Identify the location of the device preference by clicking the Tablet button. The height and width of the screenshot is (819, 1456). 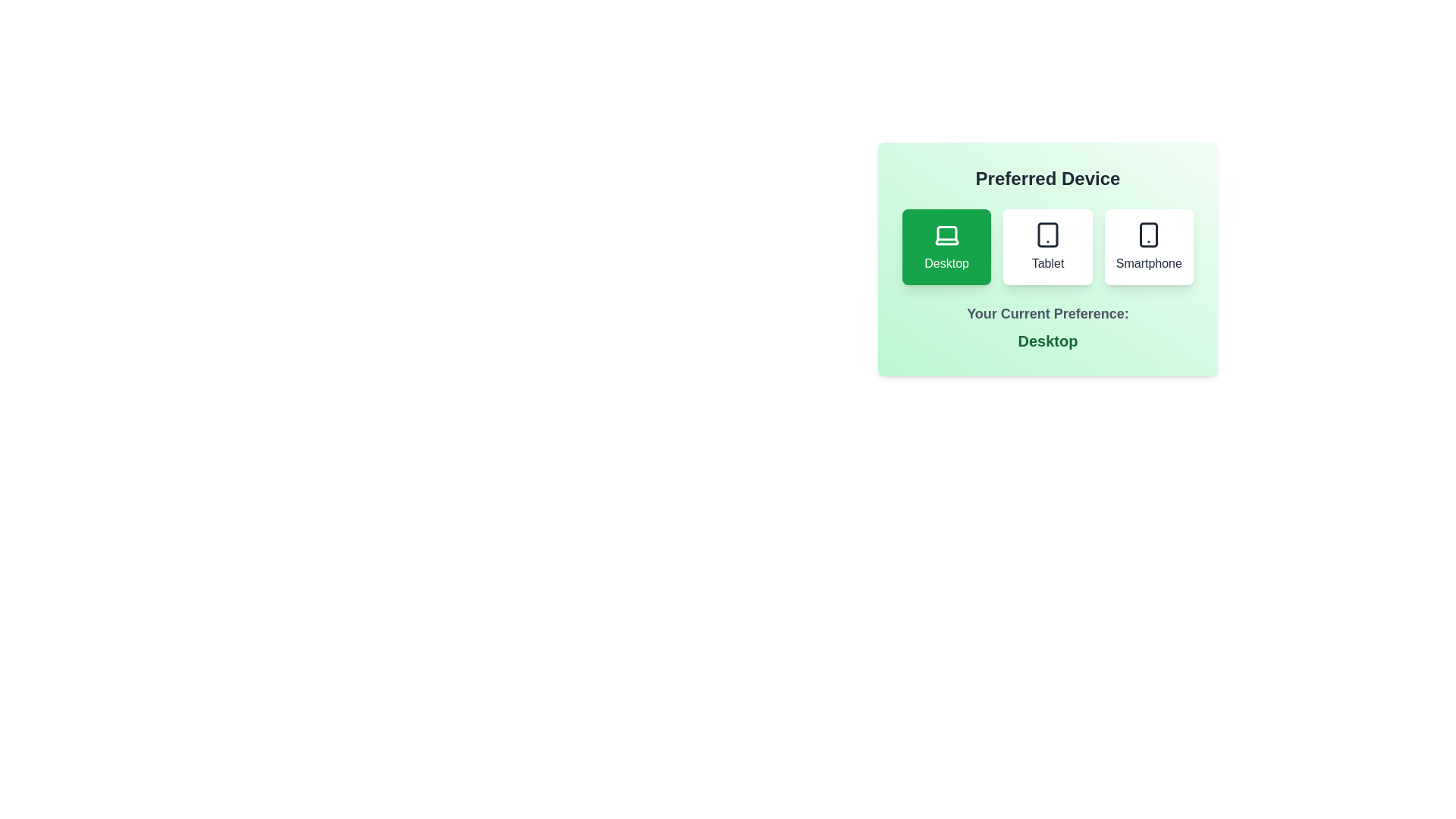
(1047, 246).